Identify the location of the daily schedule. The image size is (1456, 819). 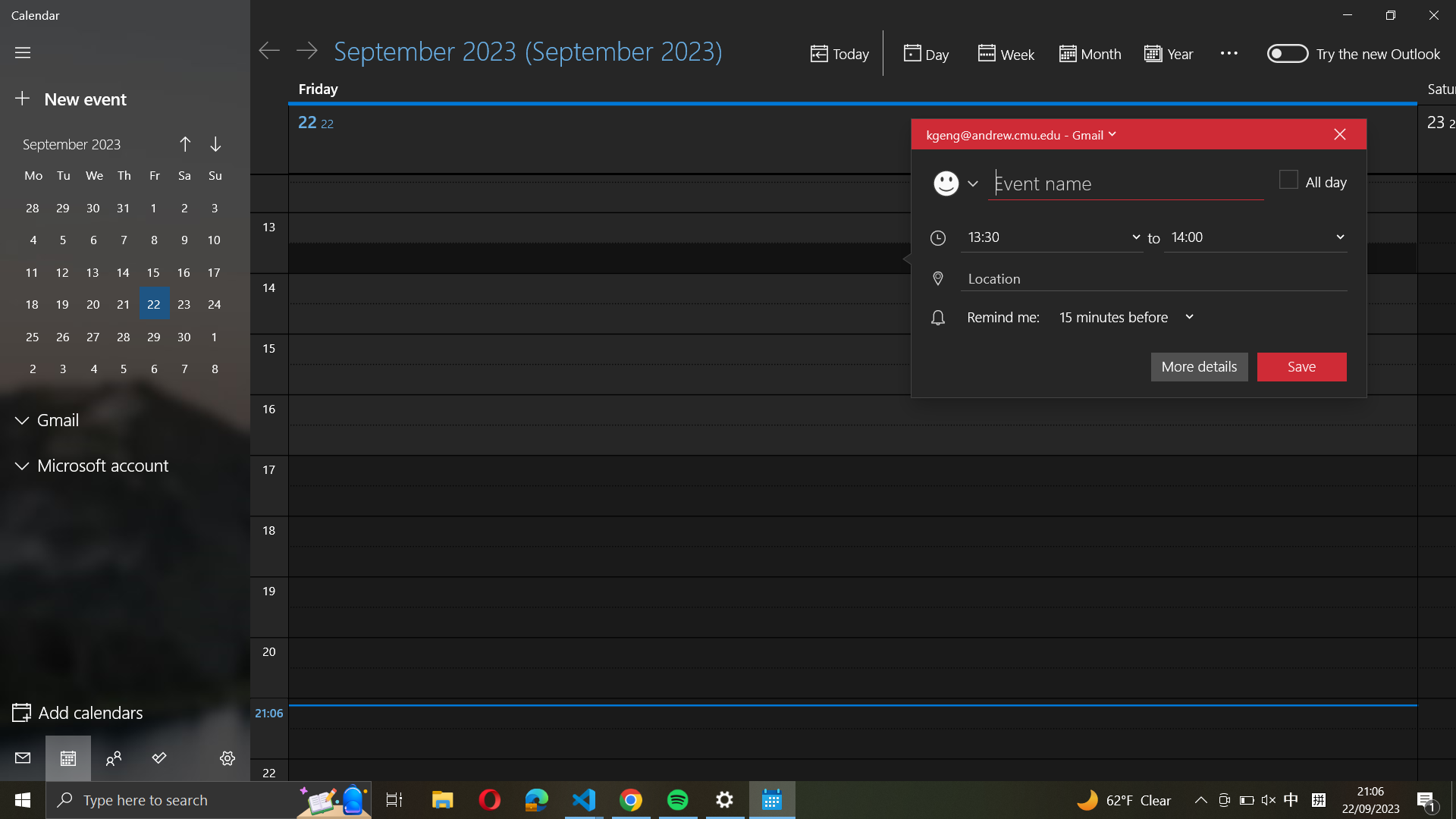
(925, 52).